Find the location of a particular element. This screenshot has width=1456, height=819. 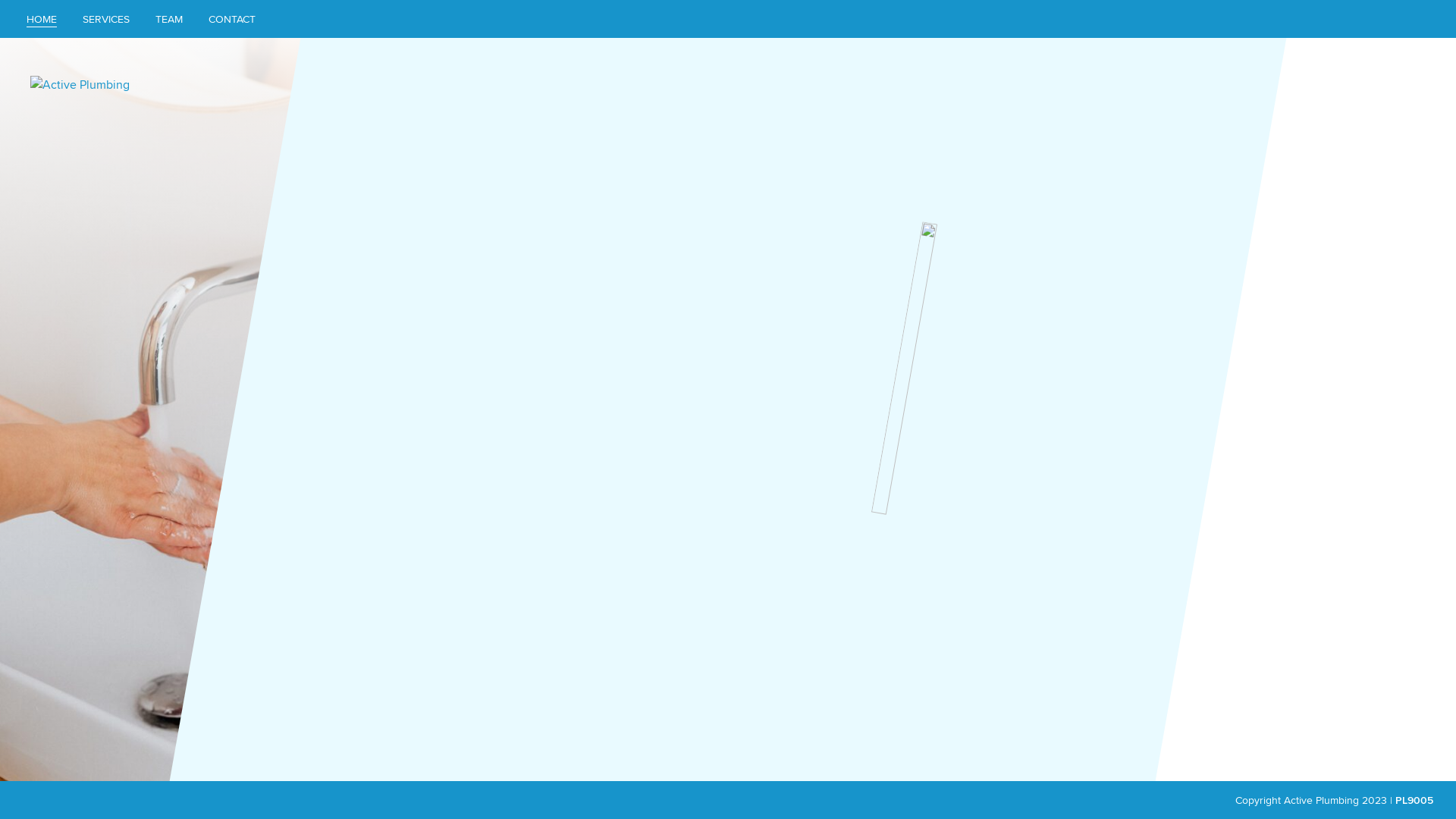

'SERVICES' is located at coordinates (105, 18).